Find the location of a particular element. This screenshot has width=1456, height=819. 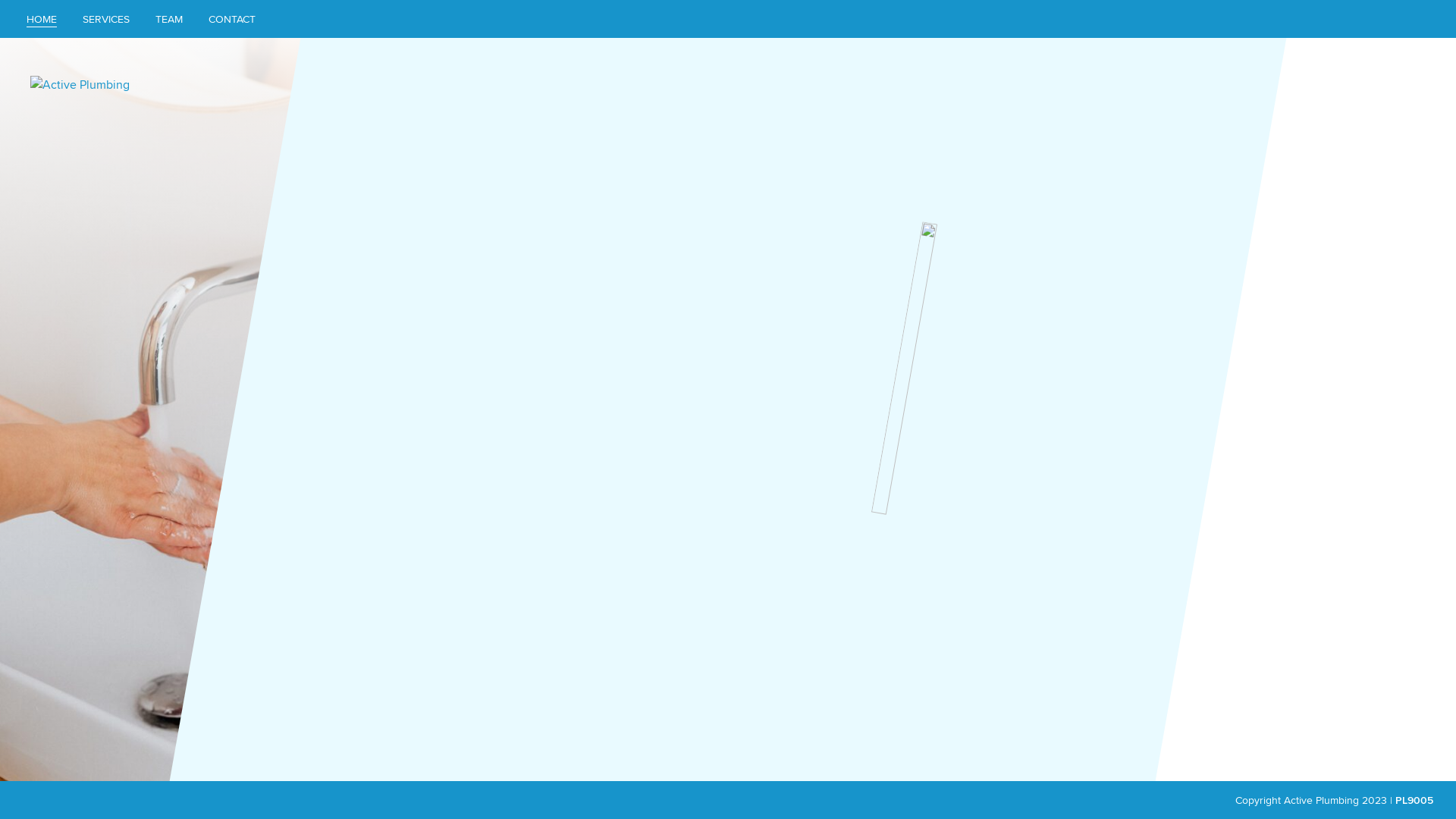

'SERVICES' is located at coordinates (105, 18).